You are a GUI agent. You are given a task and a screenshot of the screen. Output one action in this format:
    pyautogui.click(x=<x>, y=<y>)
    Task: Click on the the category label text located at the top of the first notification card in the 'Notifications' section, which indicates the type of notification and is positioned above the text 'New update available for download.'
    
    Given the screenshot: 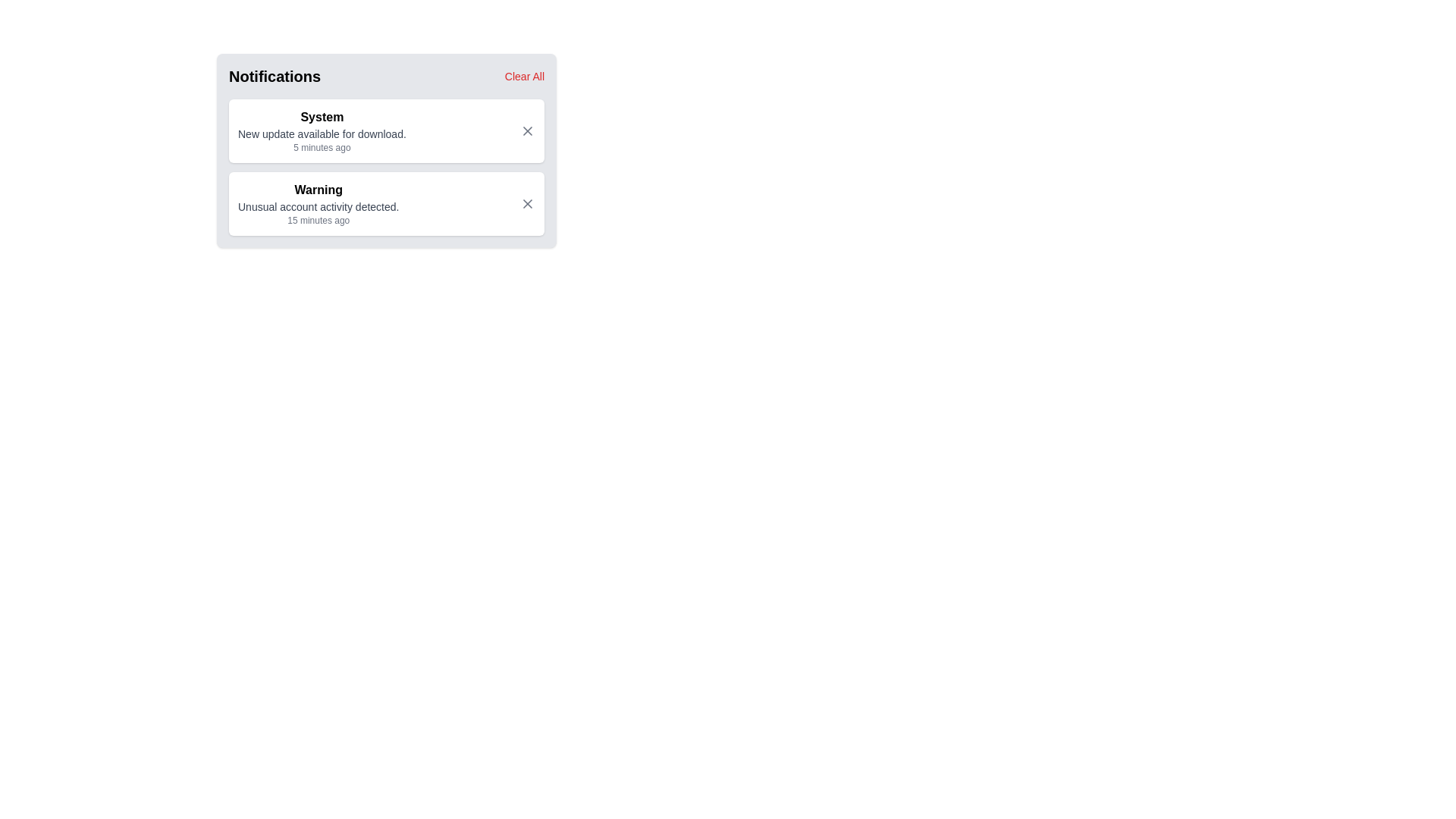 What is the action you would take?
    pyautogui.click(x=321, y=116)
    